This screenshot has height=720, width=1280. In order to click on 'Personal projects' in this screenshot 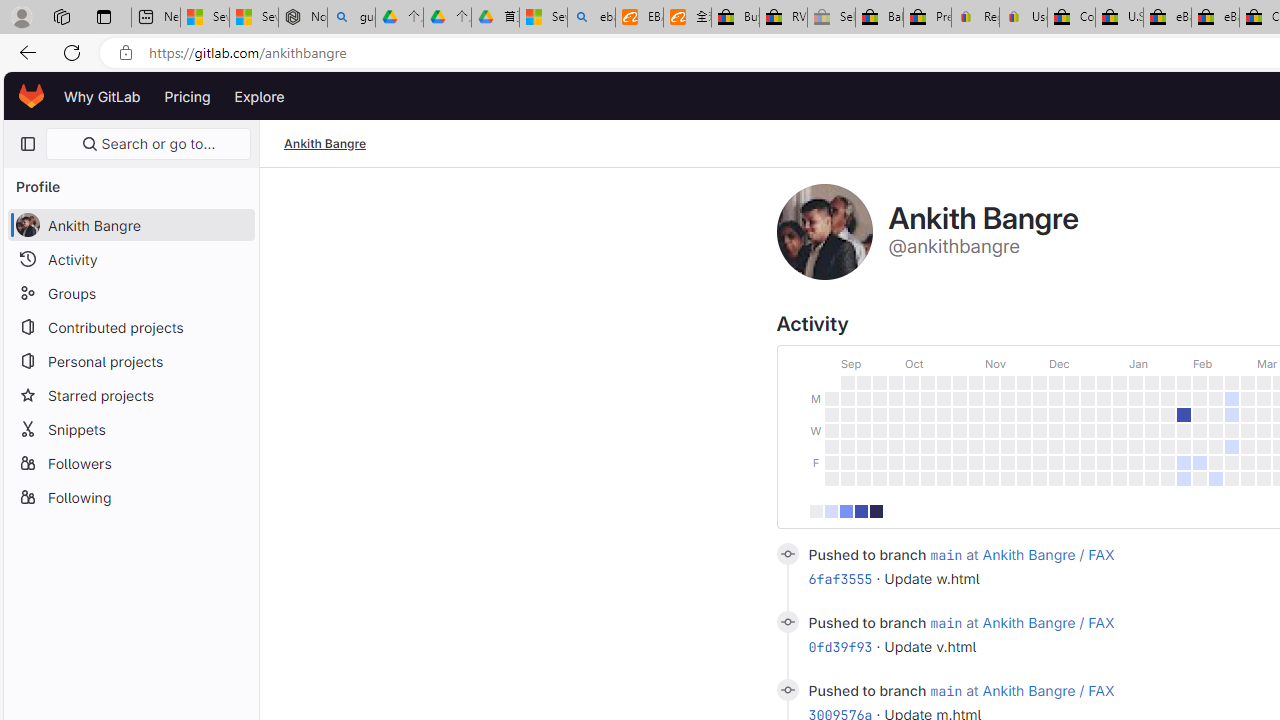, I will do `click(130, 361)`.